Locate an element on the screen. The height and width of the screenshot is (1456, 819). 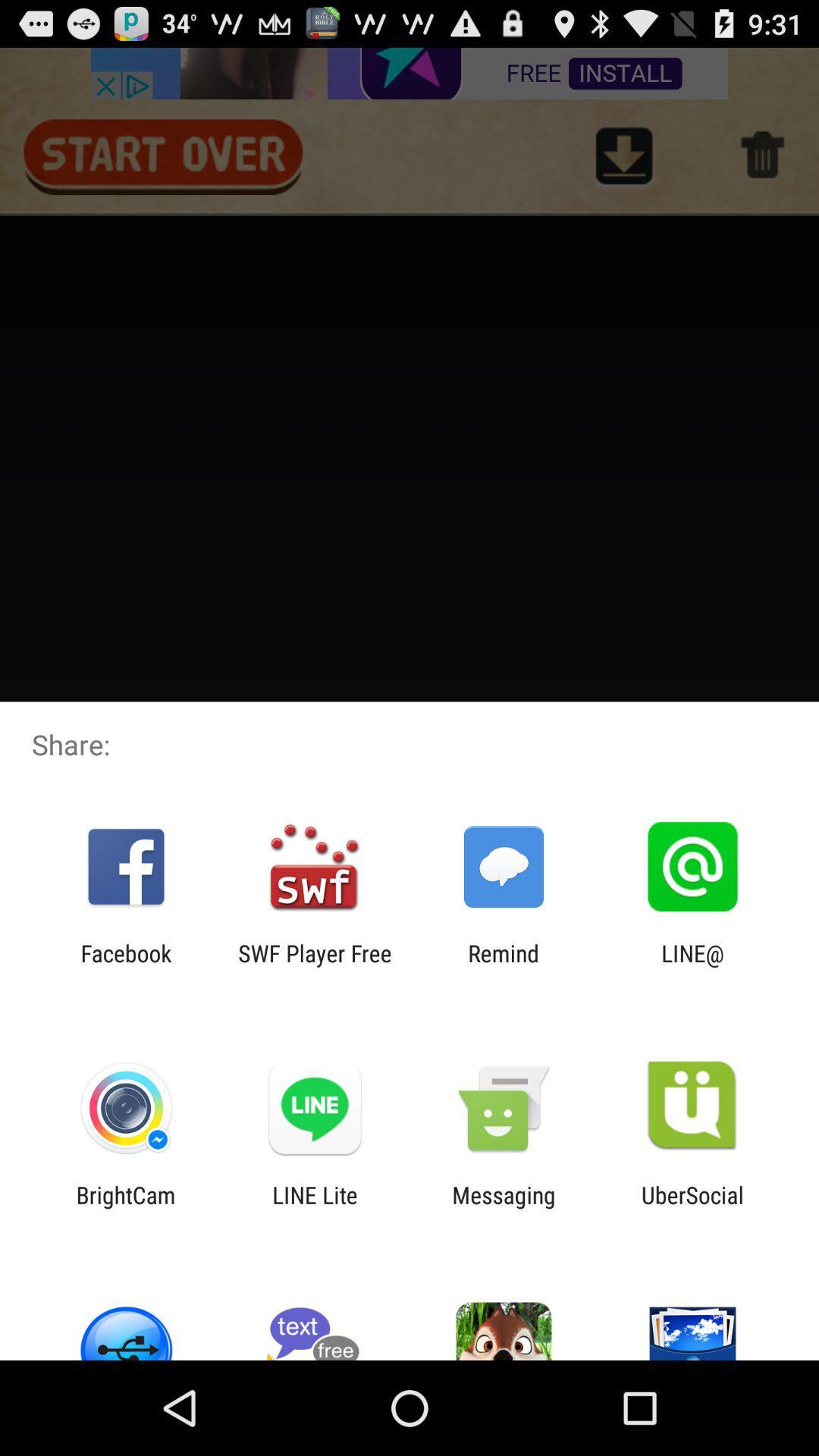
app next to remind is located at coordinates (314, 966).